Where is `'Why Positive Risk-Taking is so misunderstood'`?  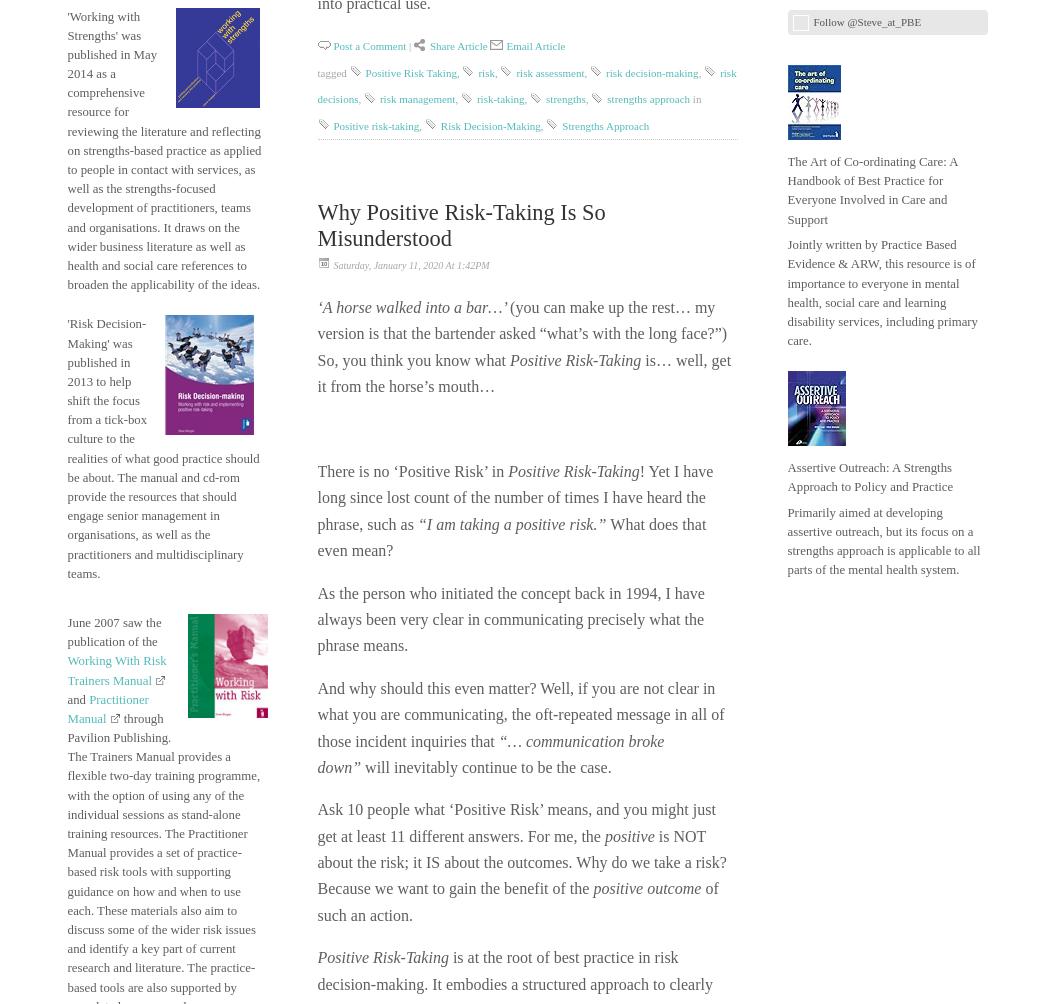 'Why Positive Risk-Taking is so misunderstood' is located at coordinates (316, 223).